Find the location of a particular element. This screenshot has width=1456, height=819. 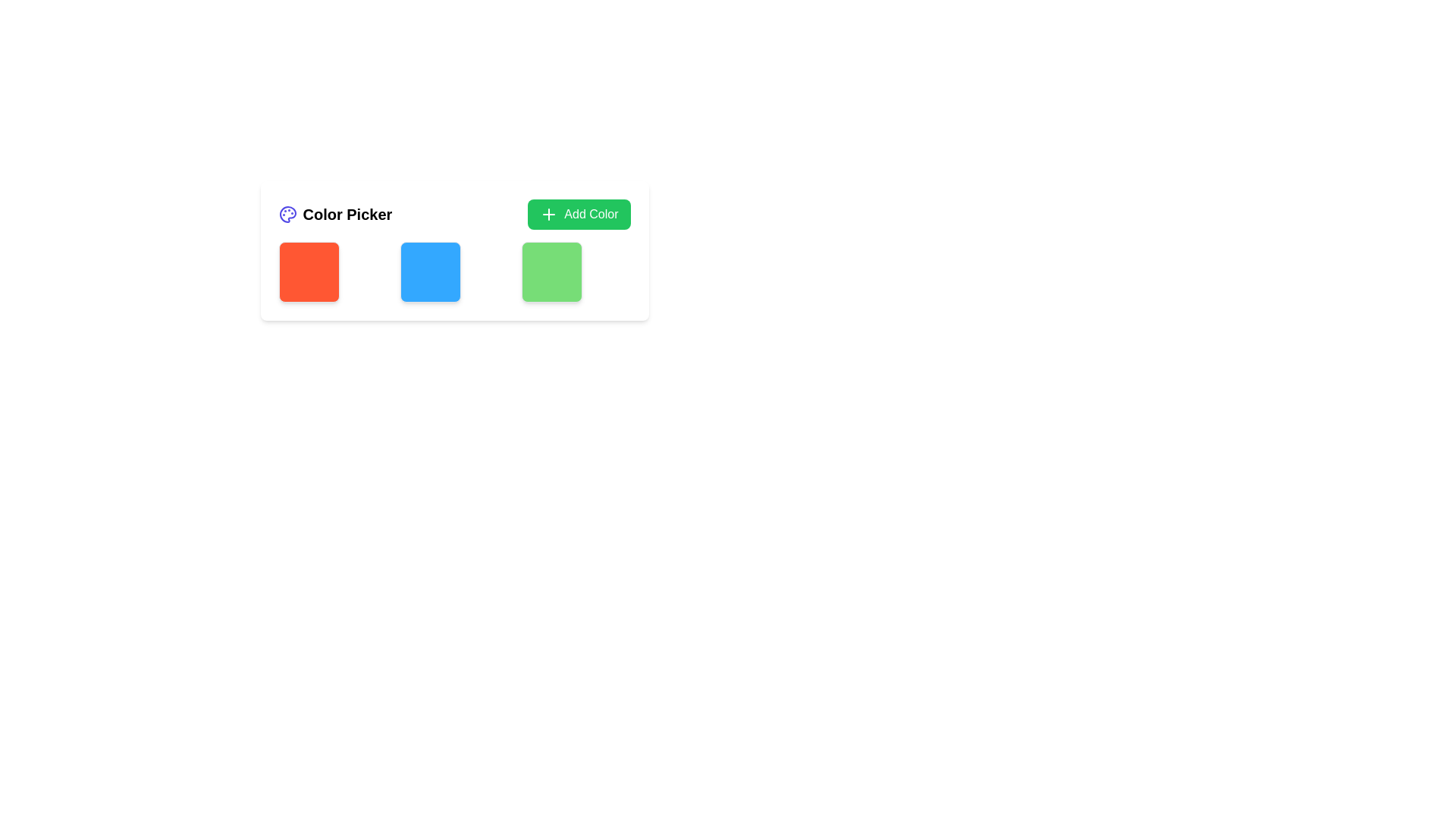

the red selectable color box is located at coordinates (308, 271).